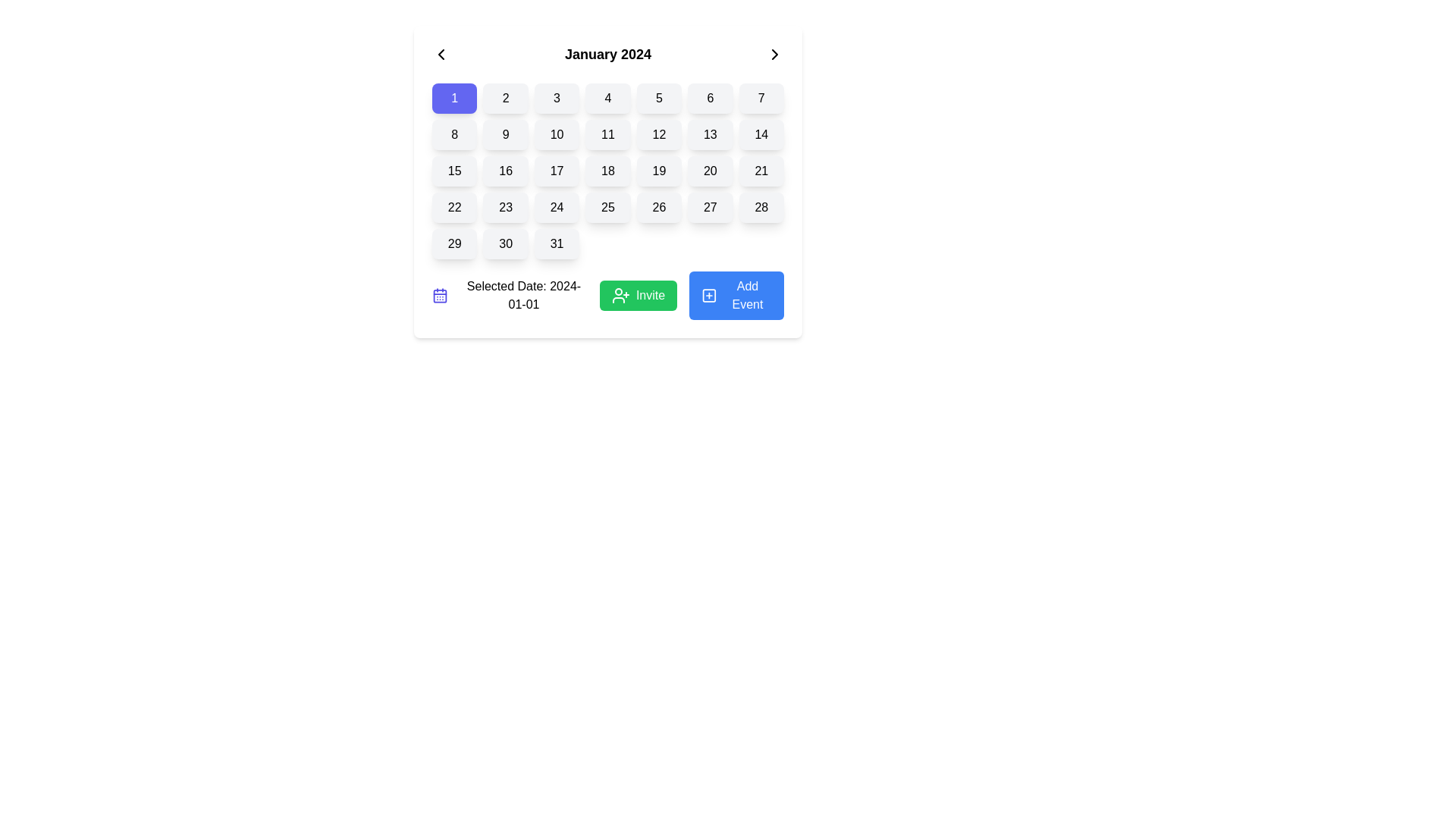  I want to click on the rightward-pointing chevron icon located at the far-right of the header section displaying 'January 2024', so click(775, 54).